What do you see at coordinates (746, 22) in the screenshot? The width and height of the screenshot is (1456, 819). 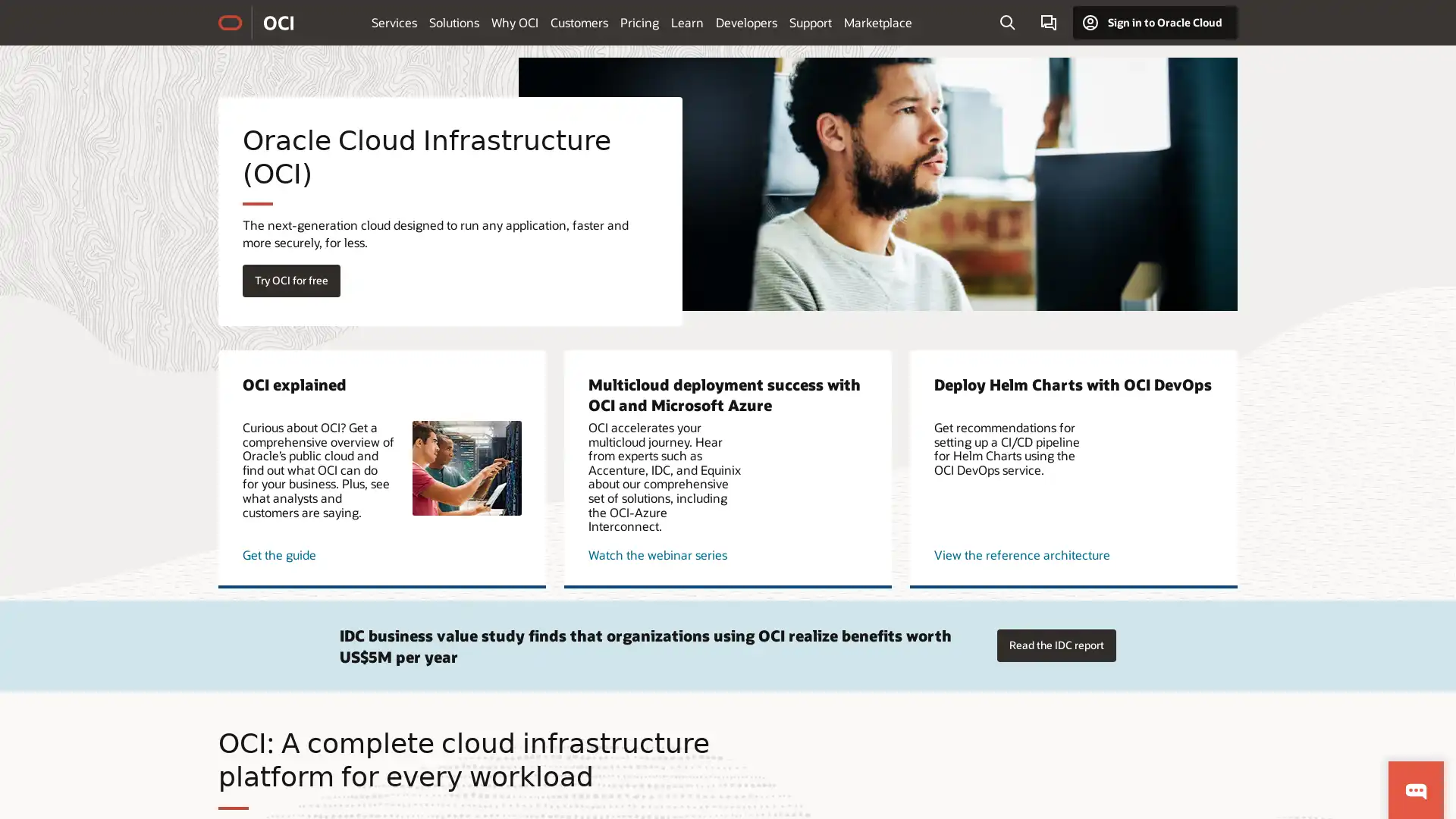 I see `Developers` at bounding box center [746, 22].